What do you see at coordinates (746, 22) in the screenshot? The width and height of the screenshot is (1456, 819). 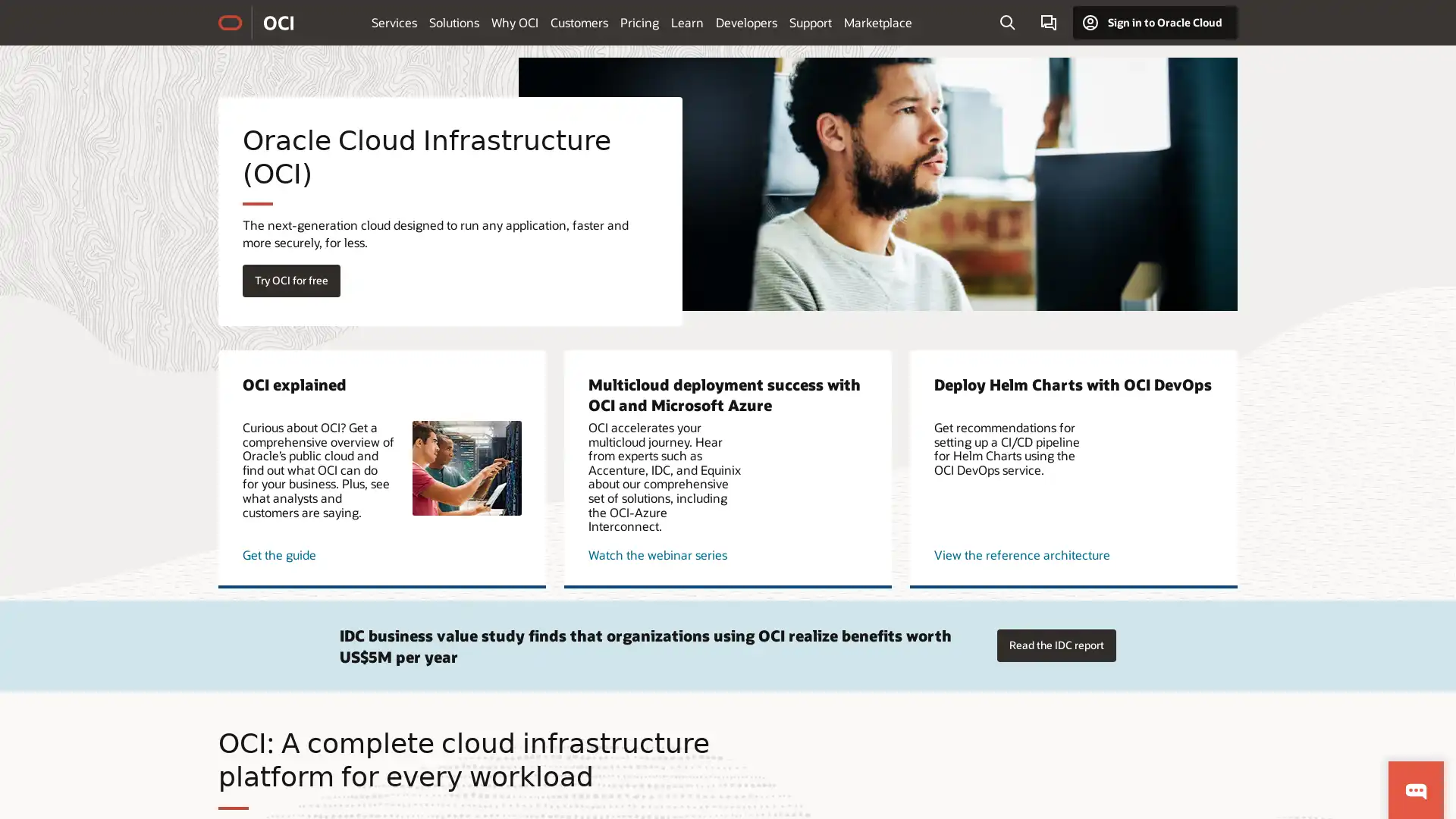 I see `Developers` at bounding box center [746, 22].